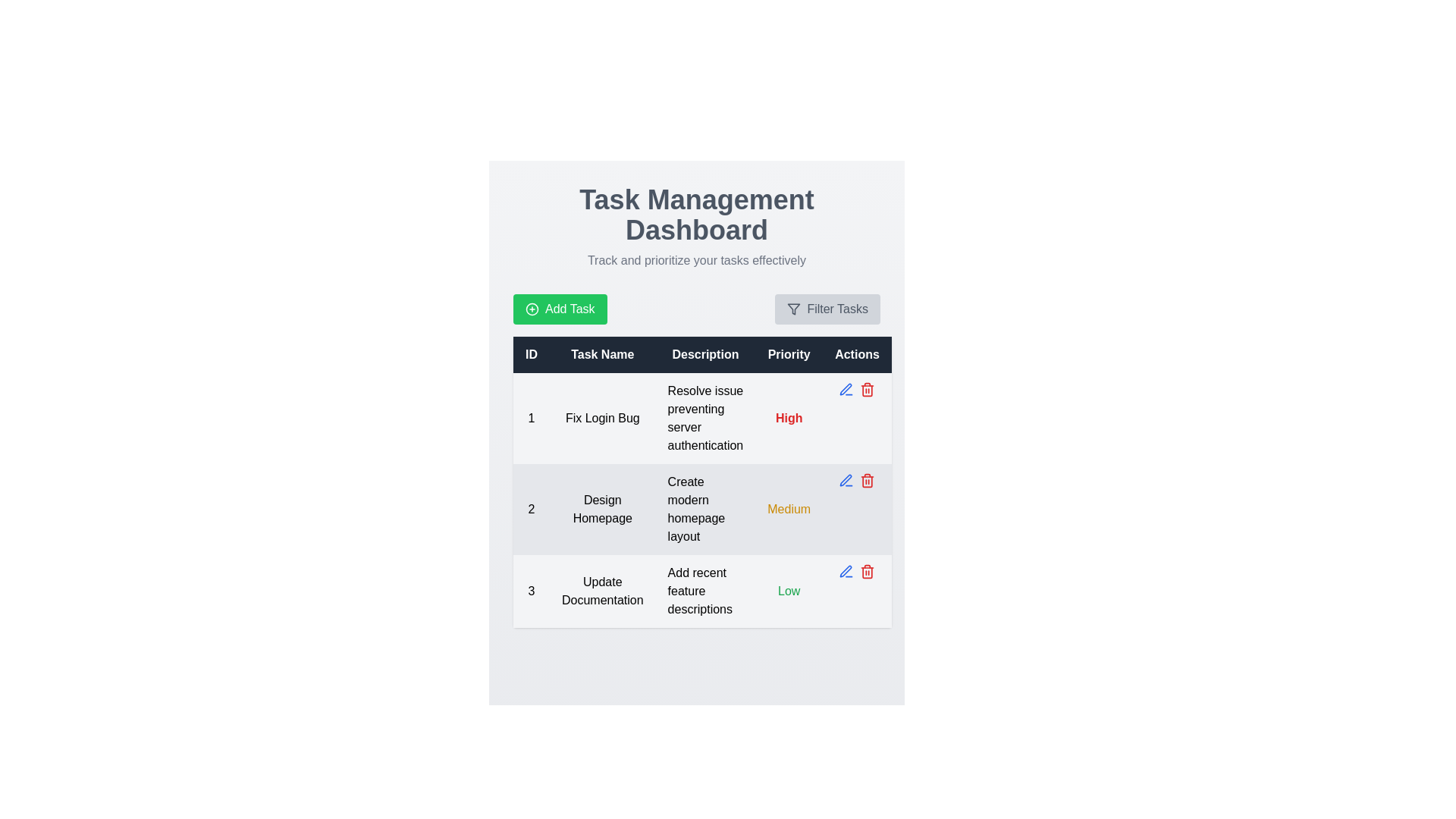 The height and width of the screenshot is (819, 1456). I want to click on the edit icon button located in the 'Actions' column of the third row in the task table to modify the associated task information, so click(846, 571).